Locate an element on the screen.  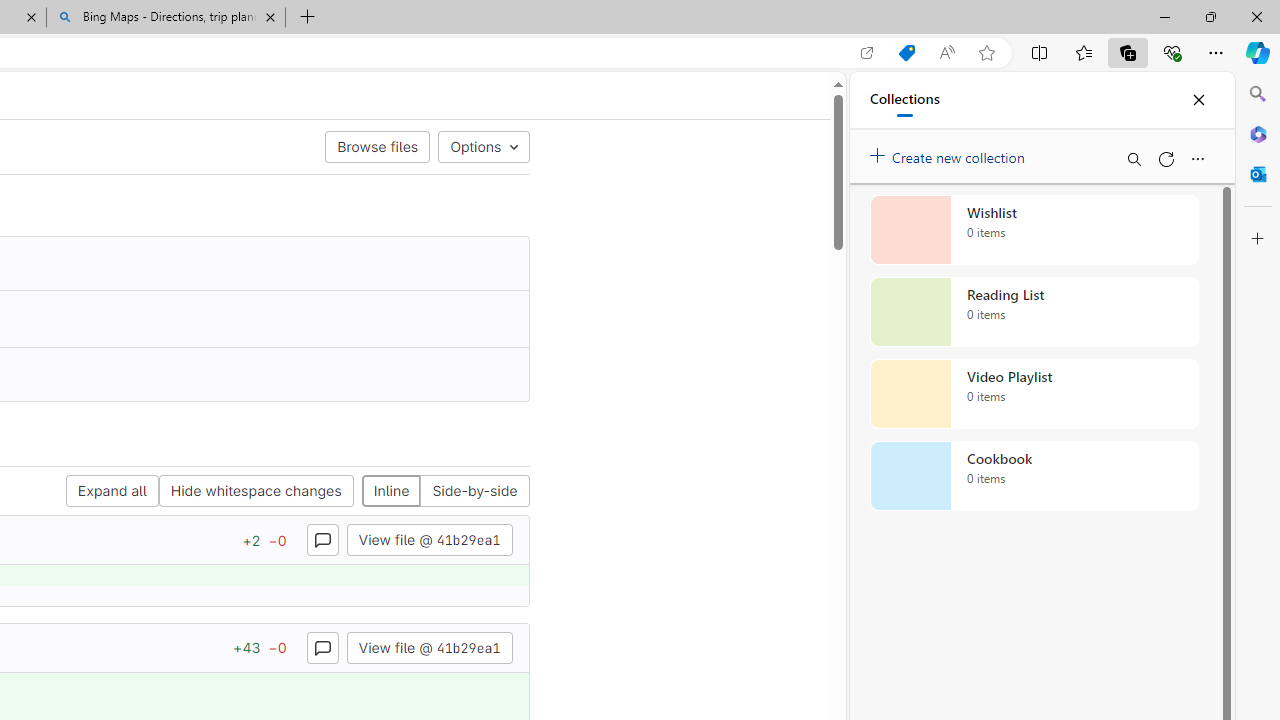
'Toggle comments for this file' is located at coordinates (322, 647).